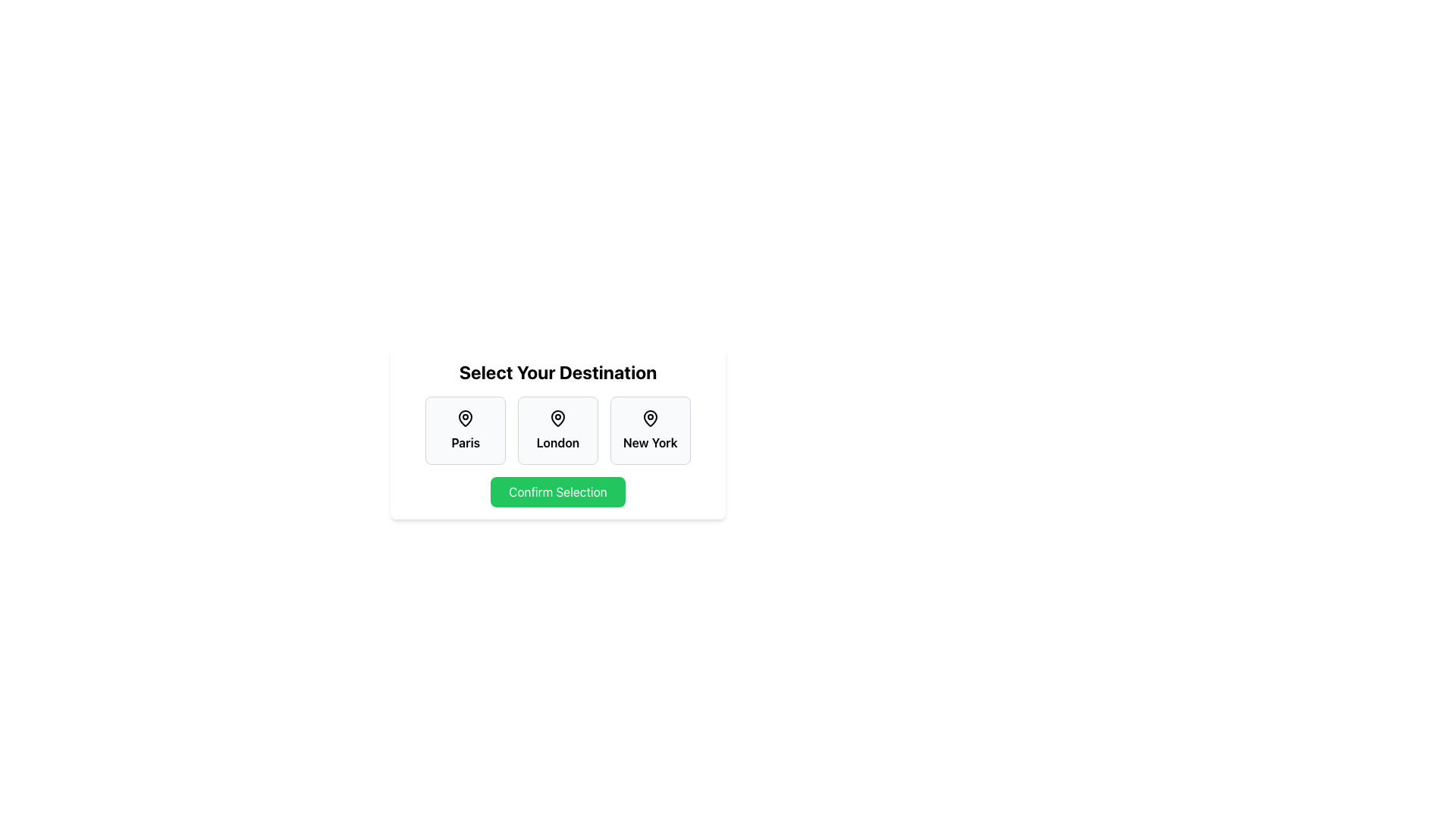 Image resolution: width=1456 pixels, height=819 pixels. Describe the element at coordinates (465, 418) in the screenshot. I see `the location icon representing 'Paris', which is centered in the upper half of the leftmost card in a row of three cards` at that location.